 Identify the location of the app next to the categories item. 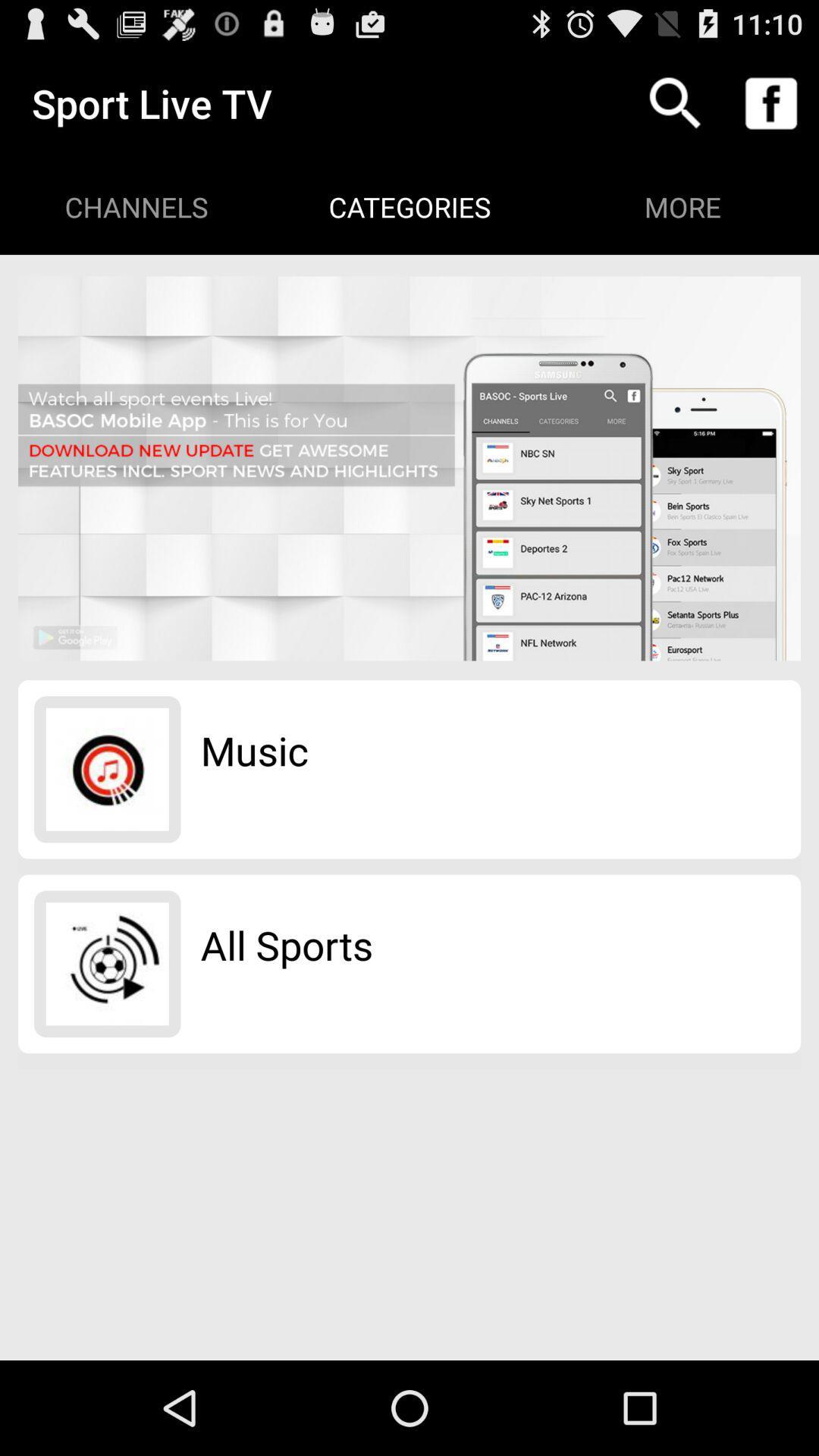
(675, 102).